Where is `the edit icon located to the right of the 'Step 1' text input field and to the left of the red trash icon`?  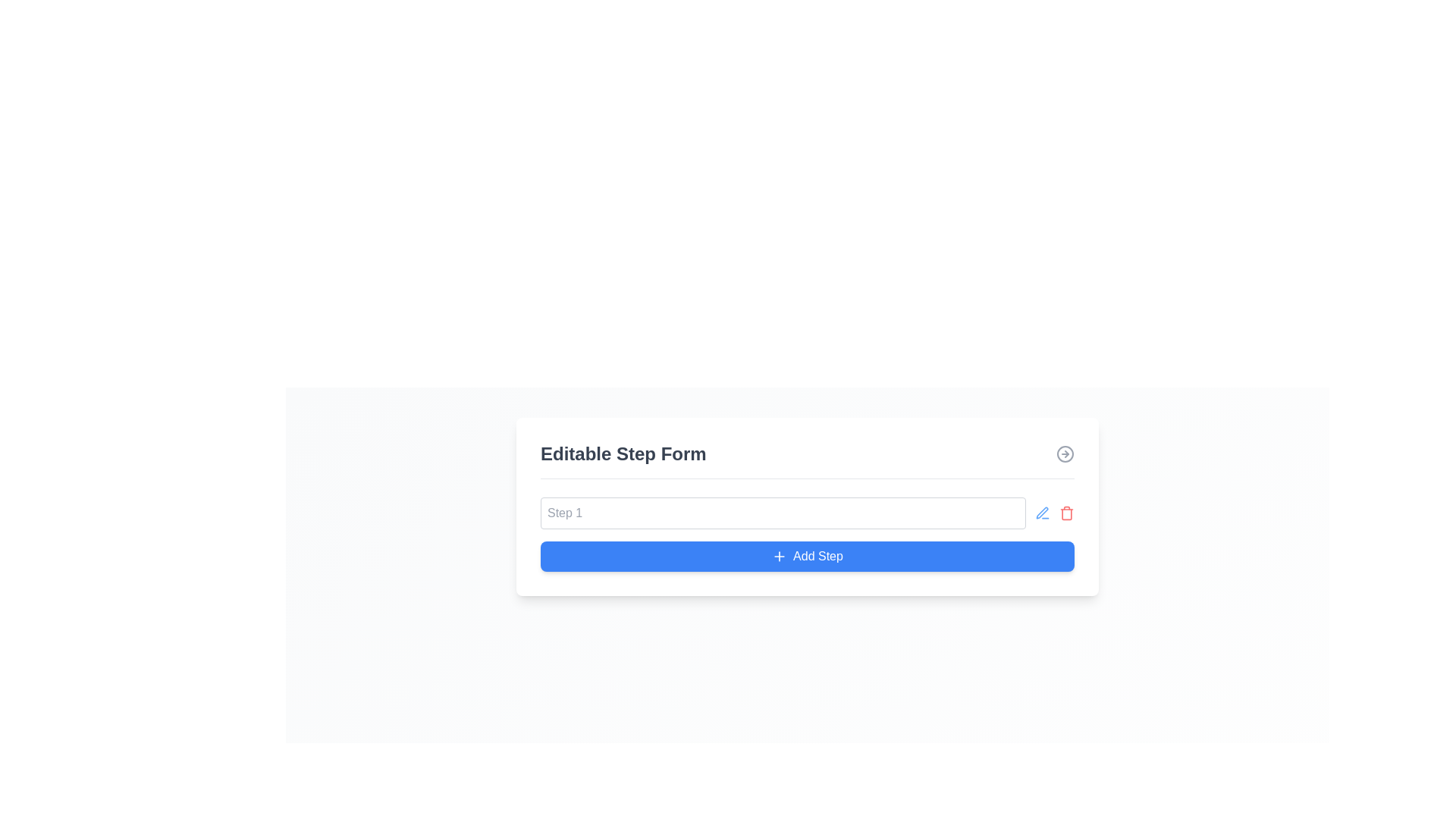 the edit icon located to the right of the 'Step 1' text input field and to the left of the red trash icon is located at coordinates (1041, 513).